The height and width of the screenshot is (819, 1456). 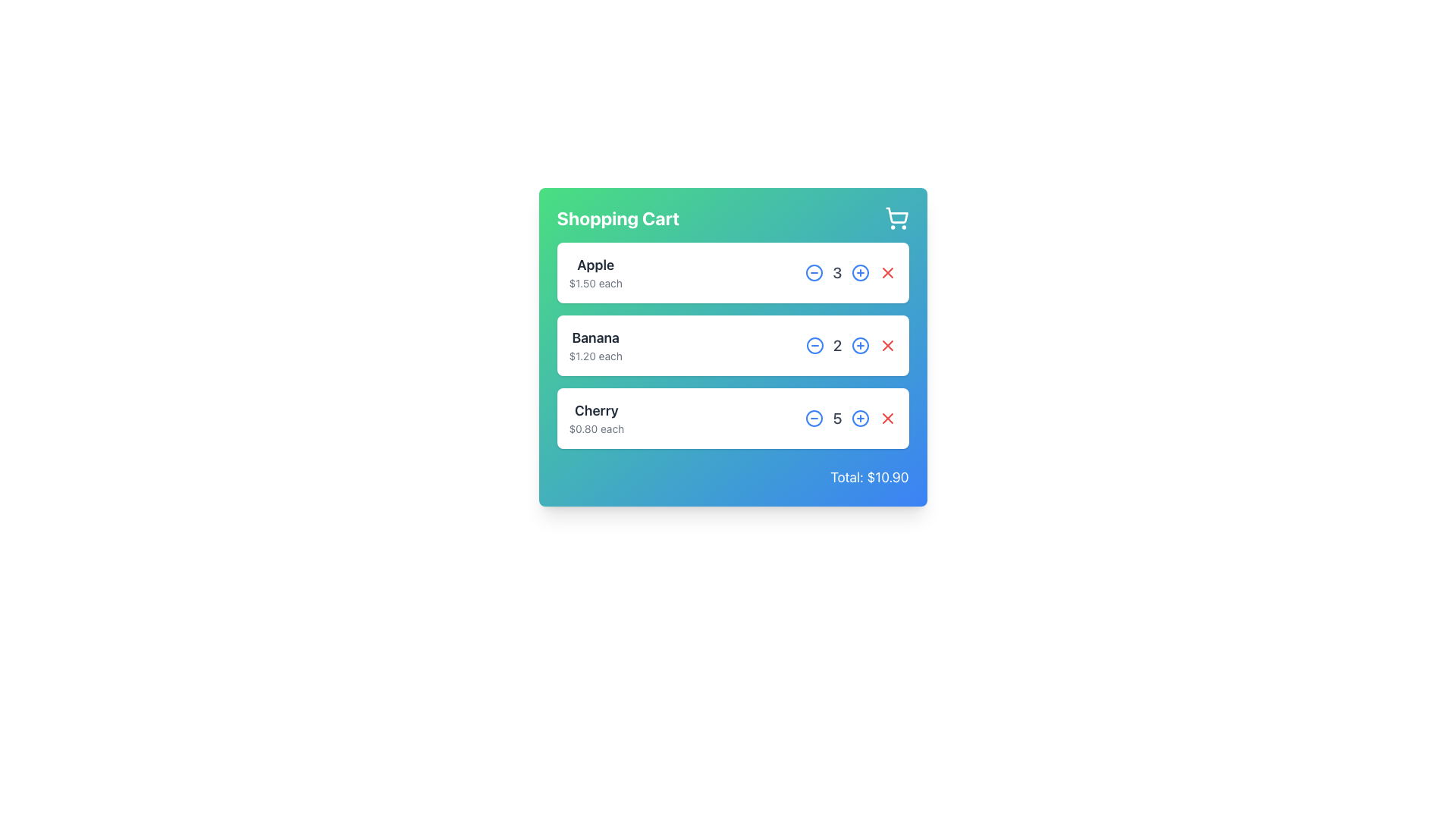 I want to click on the text label that displays the price per unit of the 'Apple' item in the shopping cart, located directly below the 'Apple' label, so click(x=595, y=284).